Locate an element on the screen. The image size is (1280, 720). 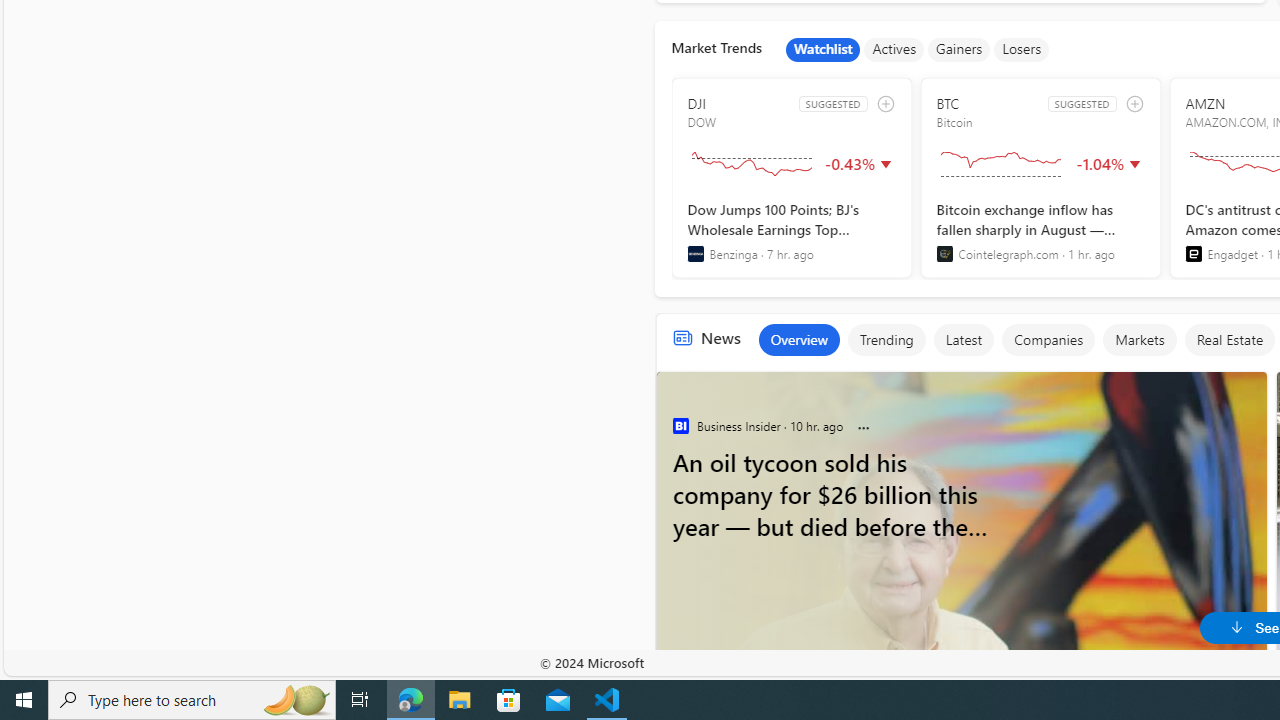
'Gainers' is located at coordinates (958, 49).